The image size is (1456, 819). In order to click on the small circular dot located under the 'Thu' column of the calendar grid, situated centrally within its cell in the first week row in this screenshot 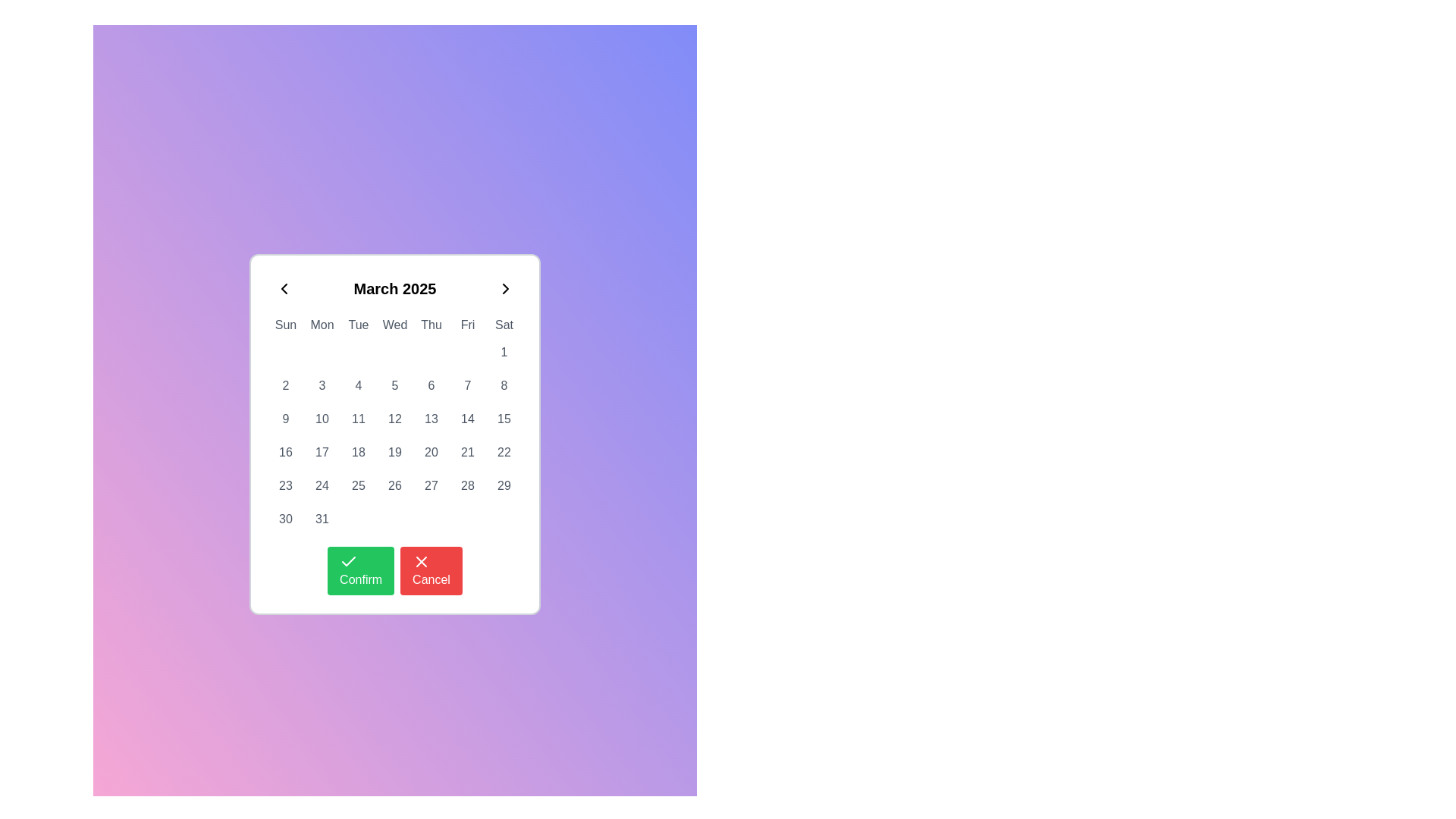, I will do `click(431, 353)`.